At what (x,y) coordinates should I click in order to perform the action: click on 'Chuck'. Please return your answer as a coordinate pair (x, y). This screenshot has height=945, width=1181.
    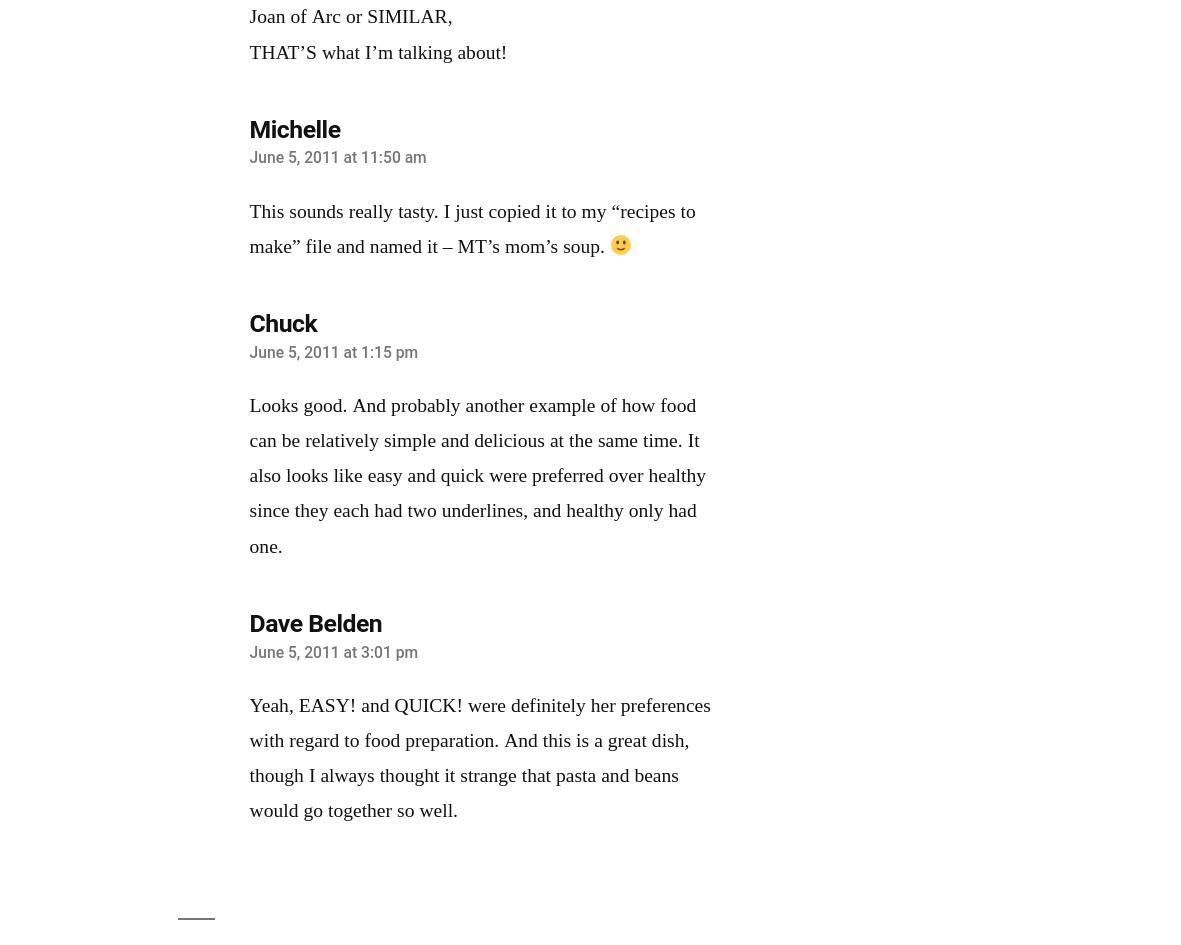
    Looking at the image, I should click on (281, 323).